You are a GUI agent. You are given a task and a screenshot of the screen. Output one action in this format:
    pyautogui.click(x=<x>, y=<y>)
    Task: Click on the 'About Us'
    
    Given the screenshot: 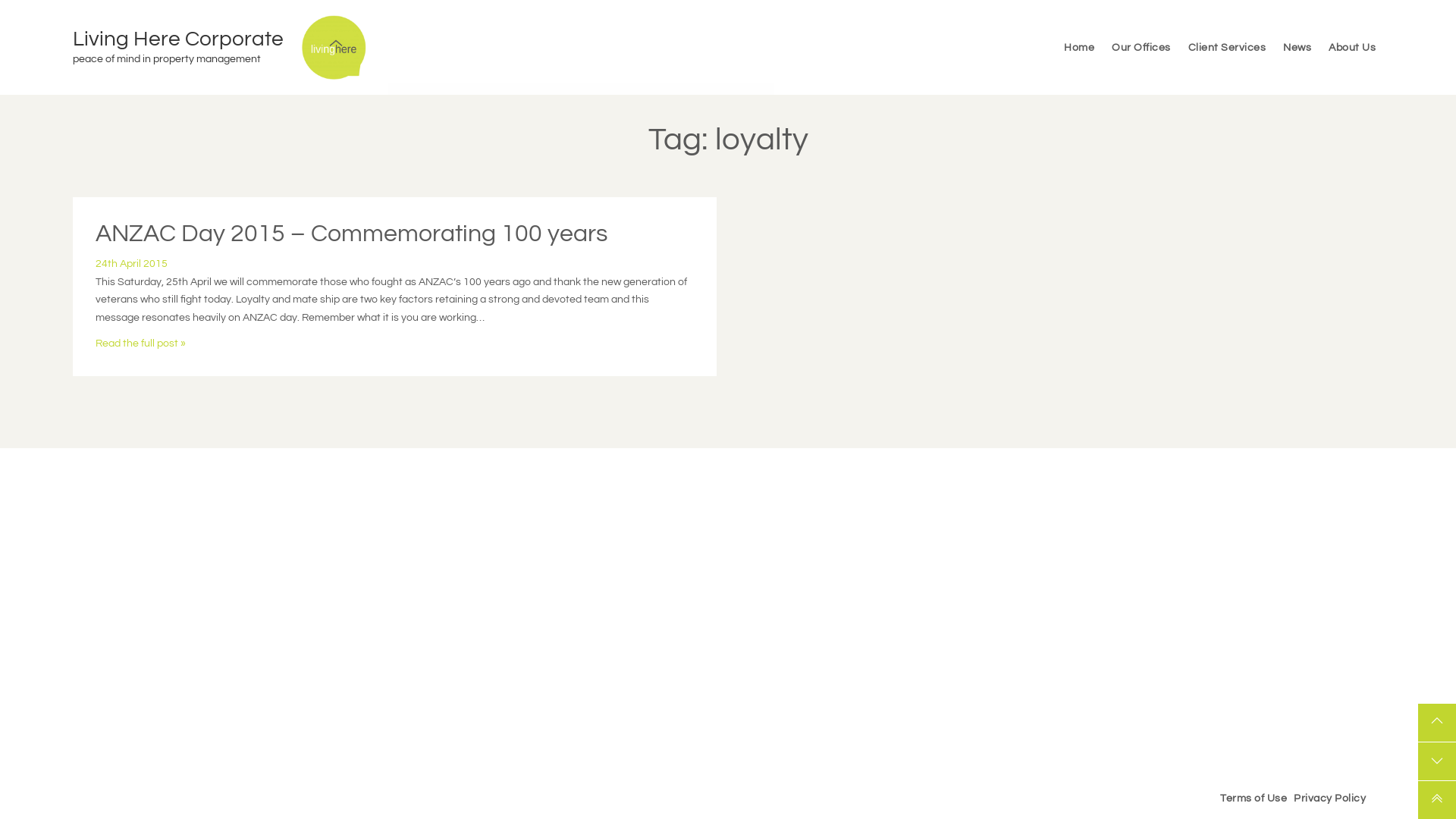 What is the action you would take?
    pyautogui.click(x=1320, y=45)
    